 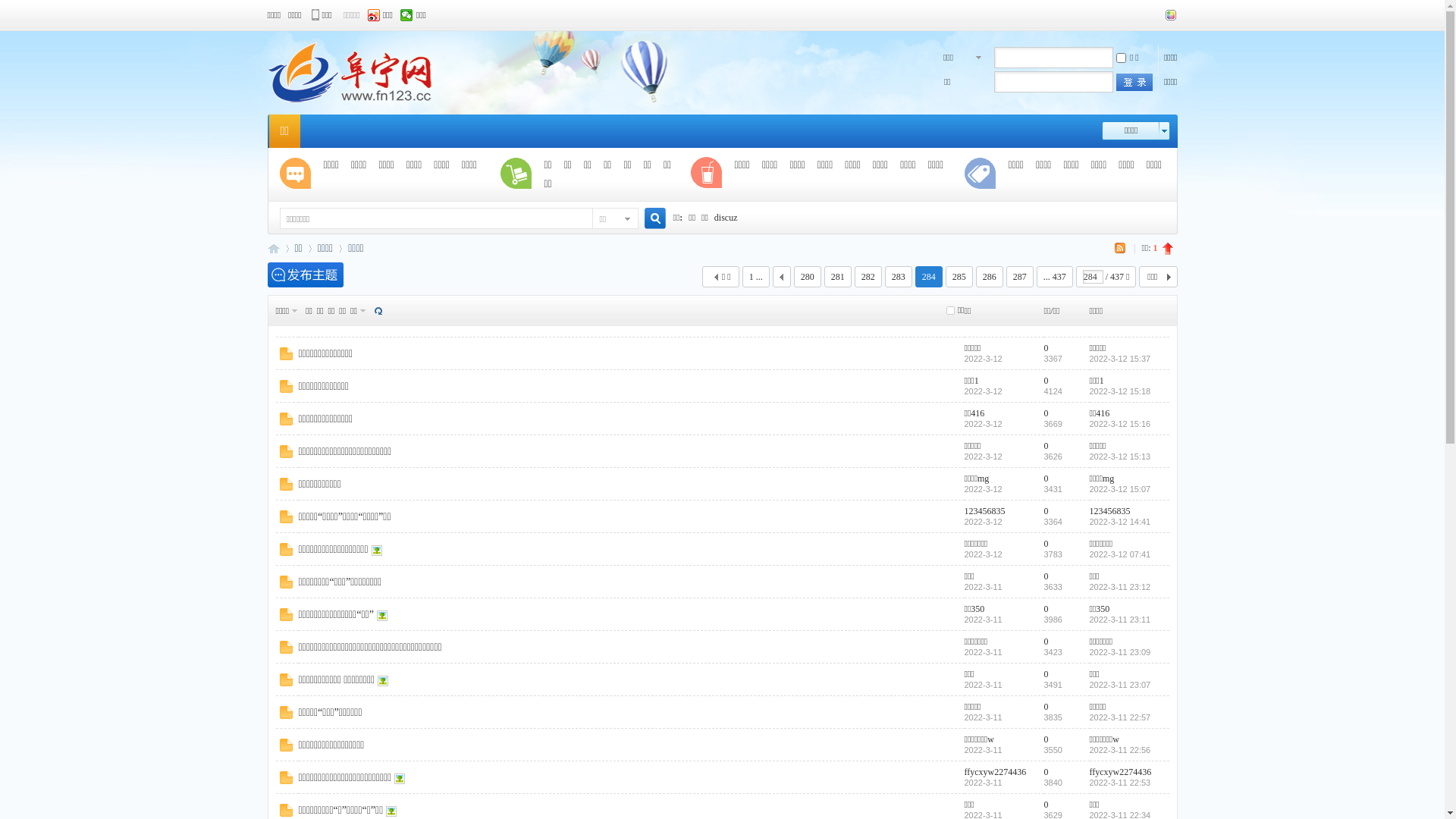 I want to click on '2022-3-11 23:07', so click(x=1087, y=684).